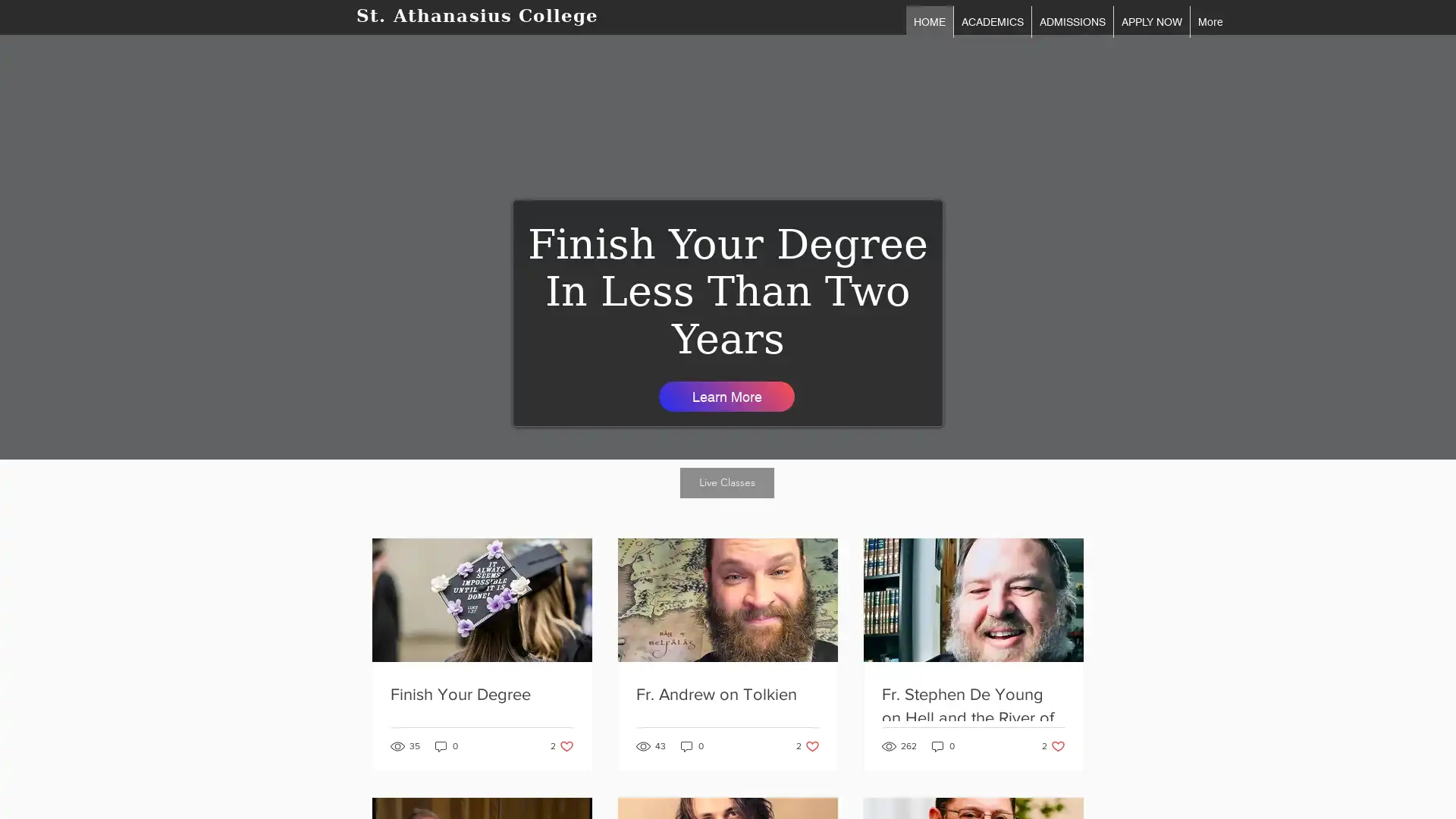 The width and height of the screenshot is (1456, 819). What do you see at coordinates (1053, 745) in the screenshot?
I see `2 likes. Post not marked as liked` at bounding box center [1053, 745].